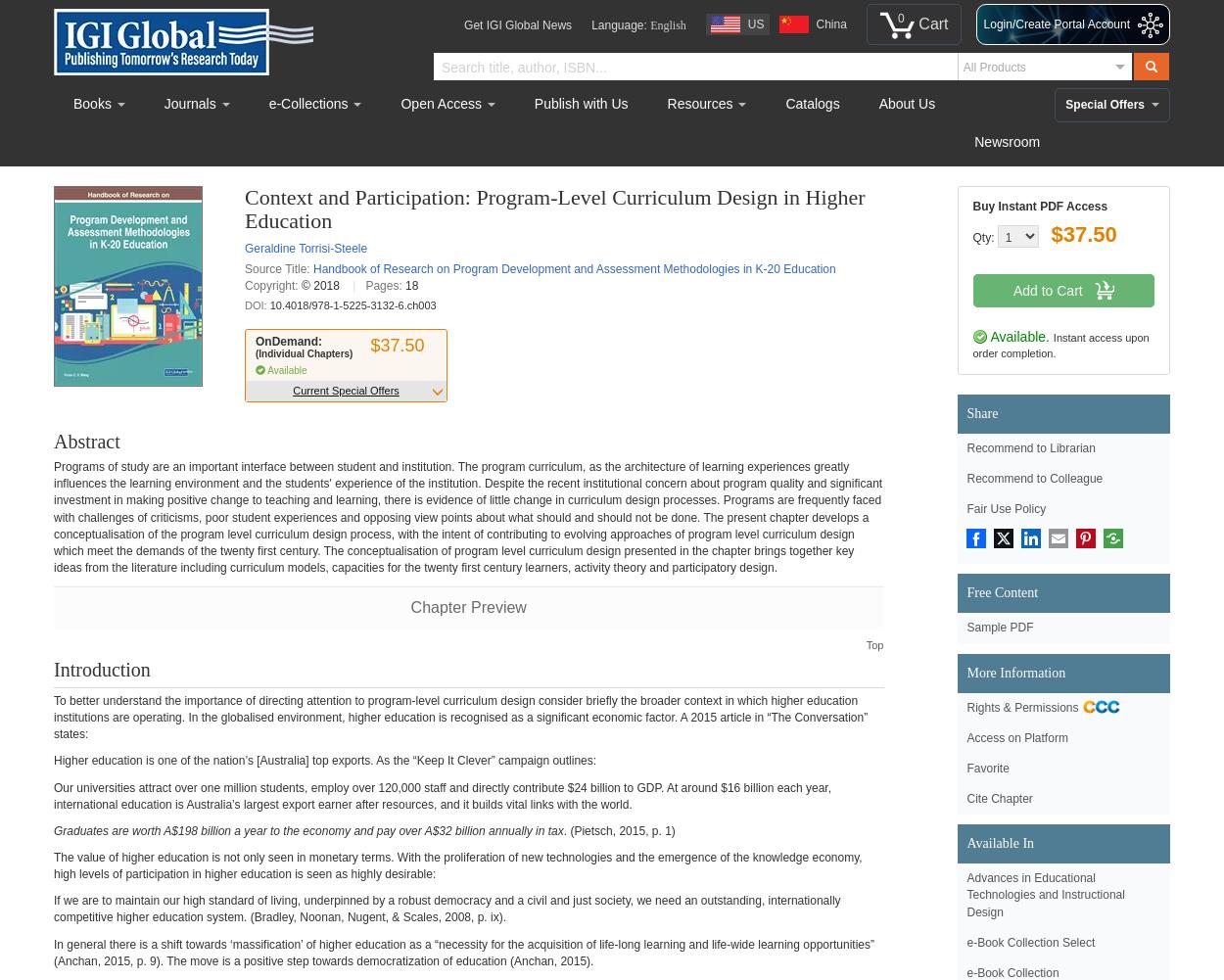 The width and height of the screenshot is (1224, 980). I want to click on 'English', so click(650, 25).